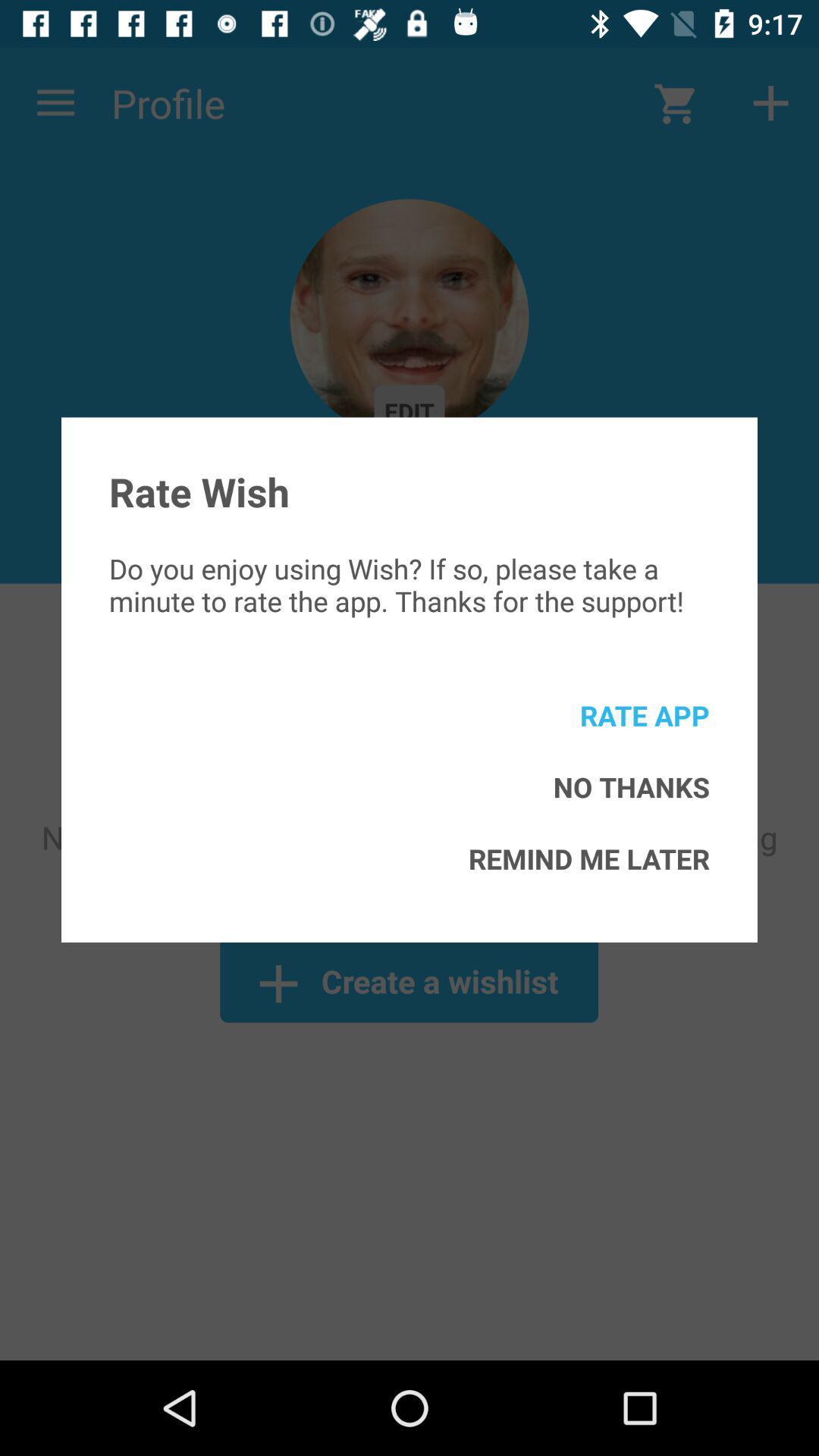 This screenshot has width=819, height=1456. What do you see at coordinates (588, 858) in the screenshot?
I see `remind me later` at bounding box center [588, 858].